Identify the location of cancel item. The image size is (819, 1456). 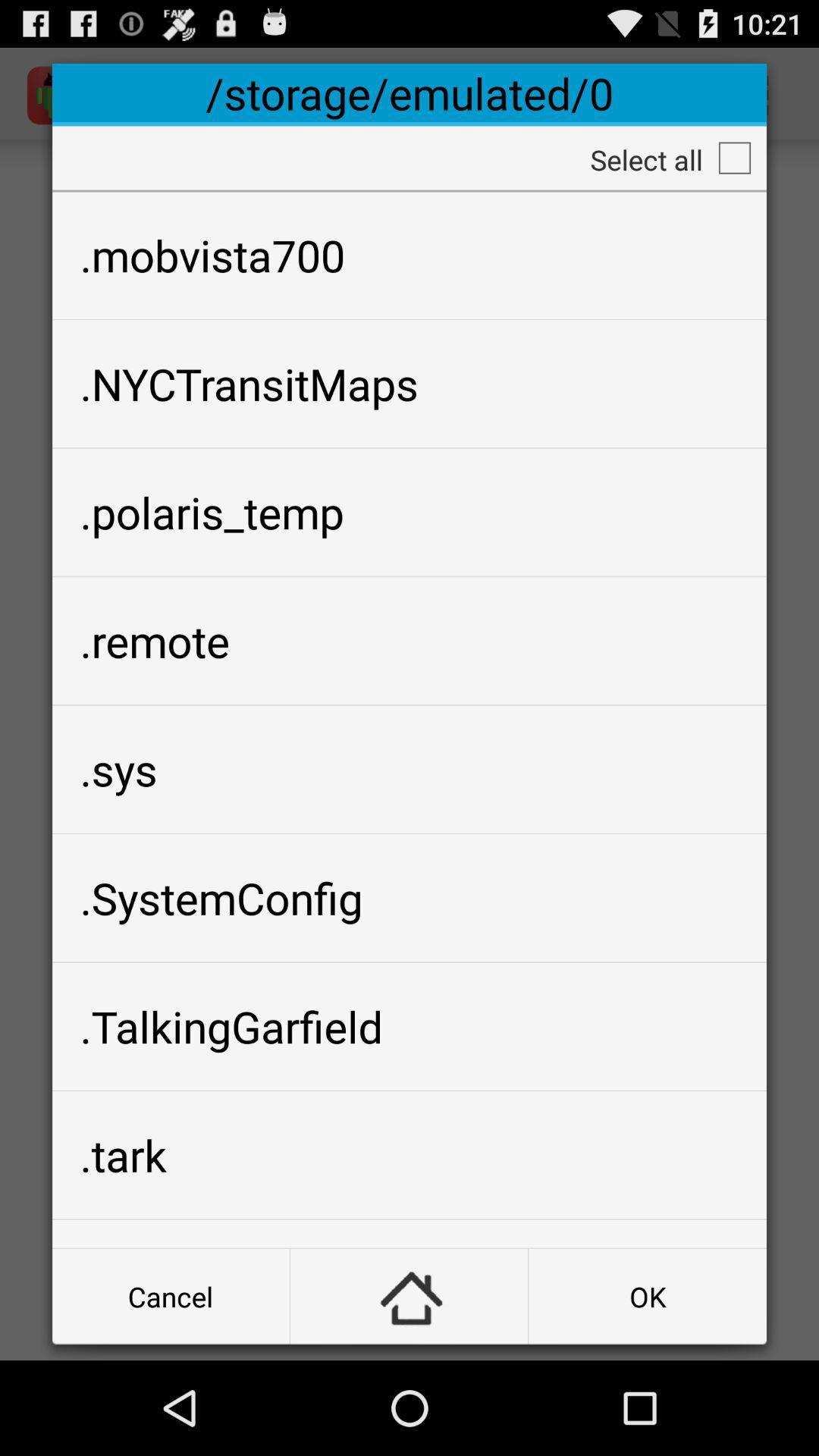
(171, 1295).